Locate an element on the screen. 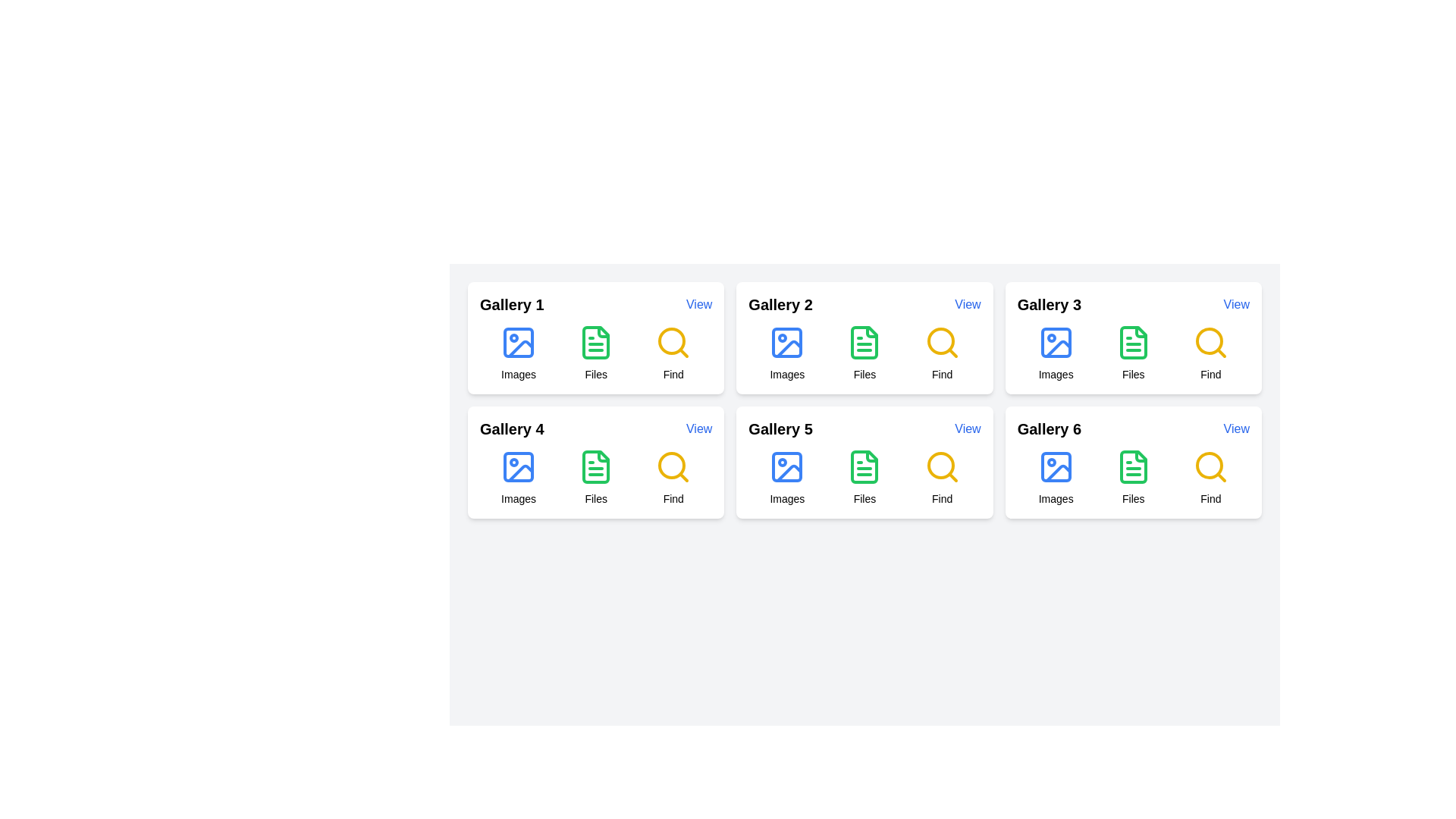 Image resolution: width=1456 pixels, height=819 pixels. the 'Search' icon is located at coordinates (673, 466).